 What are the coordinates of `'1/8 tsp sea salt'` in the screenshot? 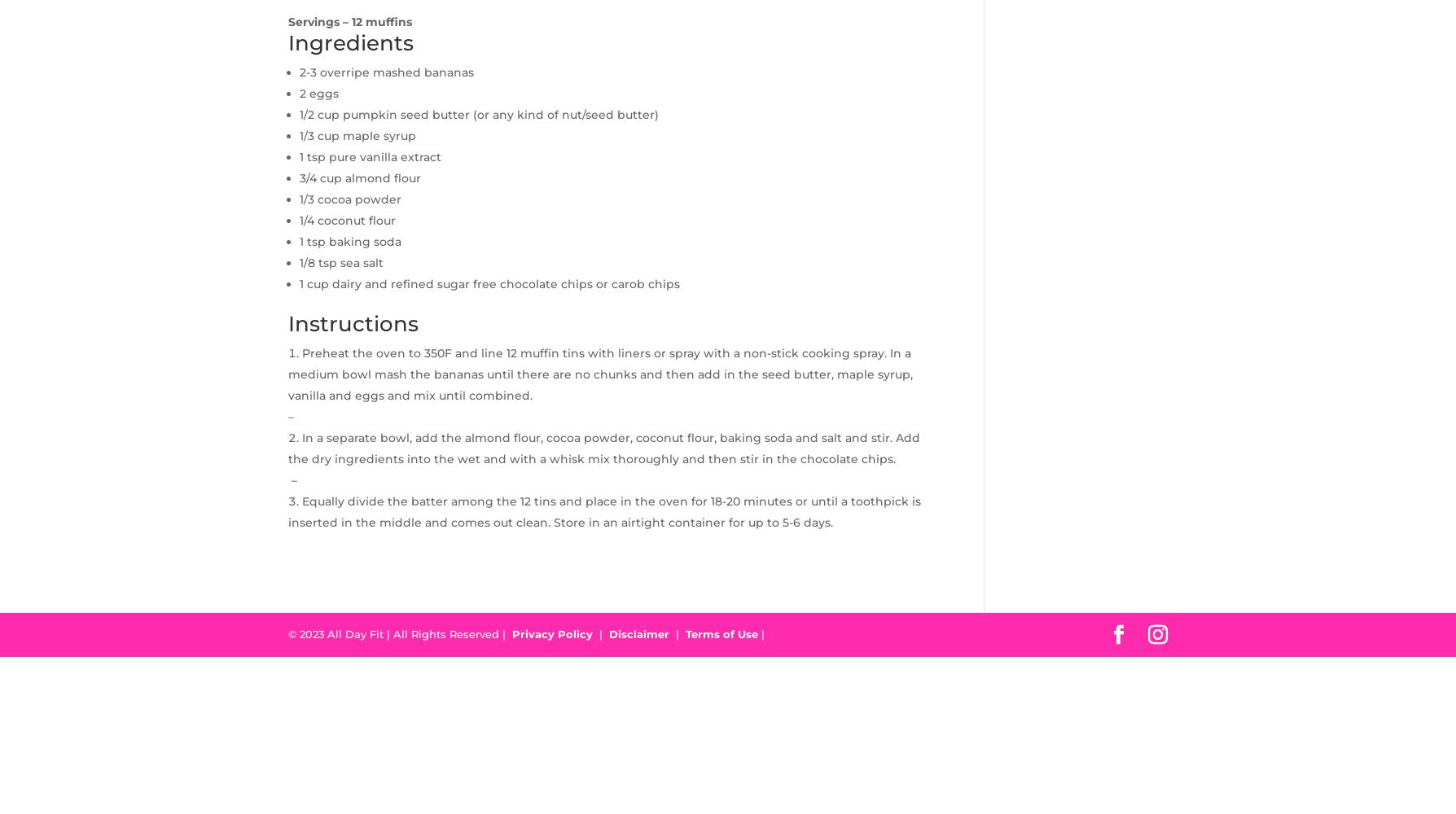 It's located at (340, 261).